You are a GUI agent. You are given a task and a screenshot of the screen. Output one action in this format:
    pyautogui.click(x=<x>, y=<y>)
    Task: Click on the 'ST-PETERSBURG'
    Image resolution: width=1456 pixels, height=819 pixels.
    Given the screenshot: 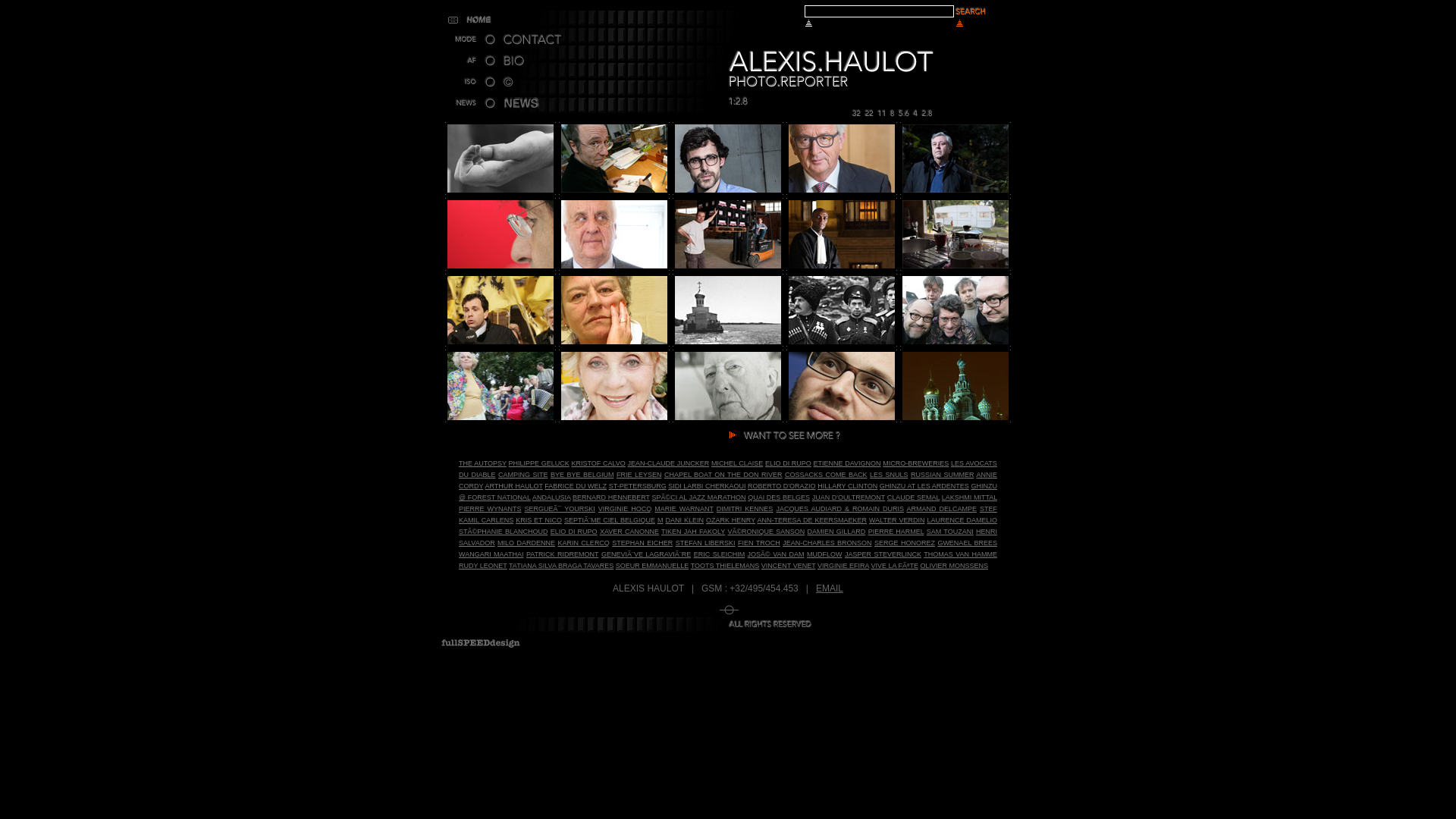 What is the action you would take?
    pyautogui.click(x=637, y=485)
    